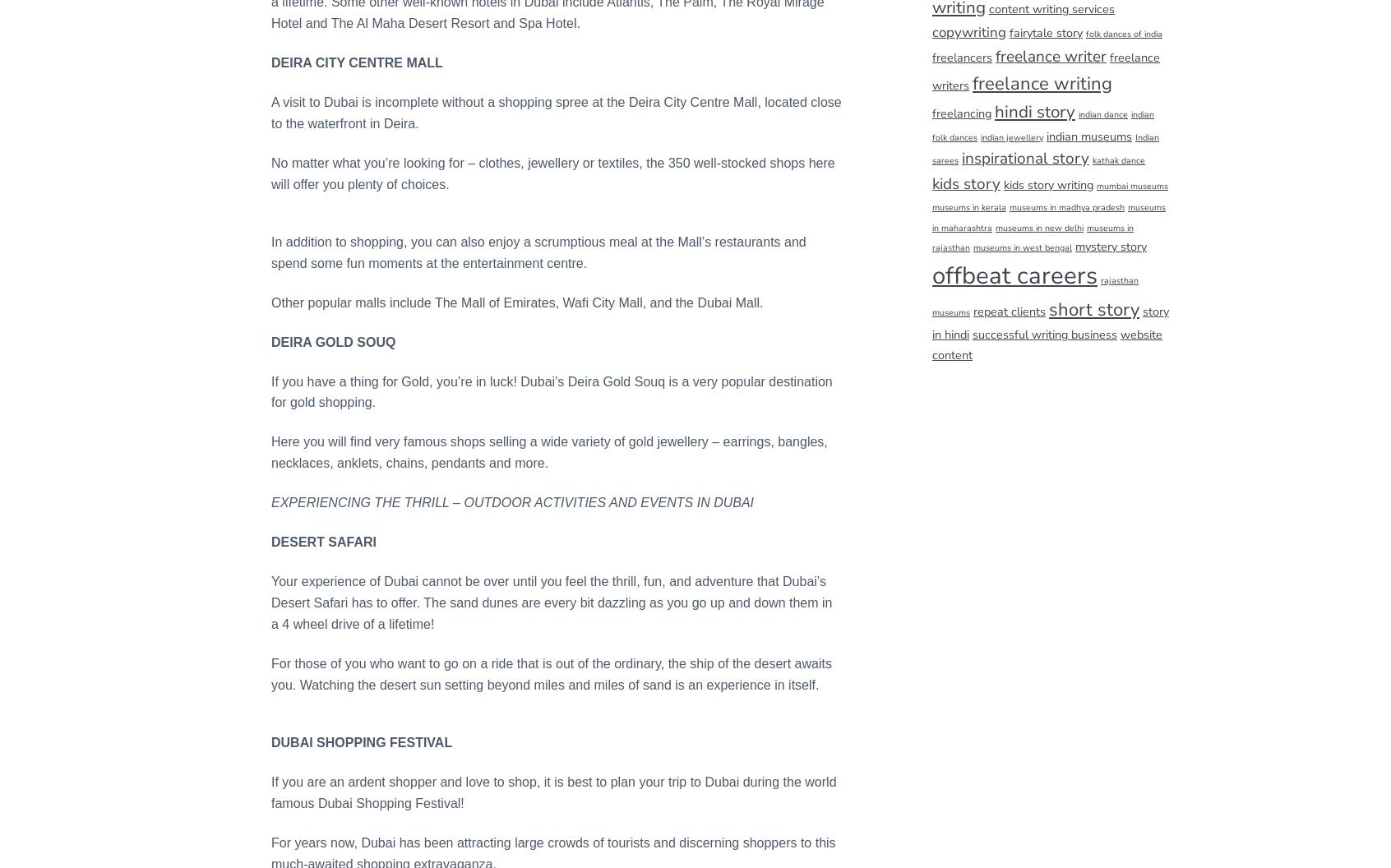 This screenshot has height=868, width=1391. Describe the element at coordinates (1035, 112) in the screenshot. I see `'hindi story'` at that location.